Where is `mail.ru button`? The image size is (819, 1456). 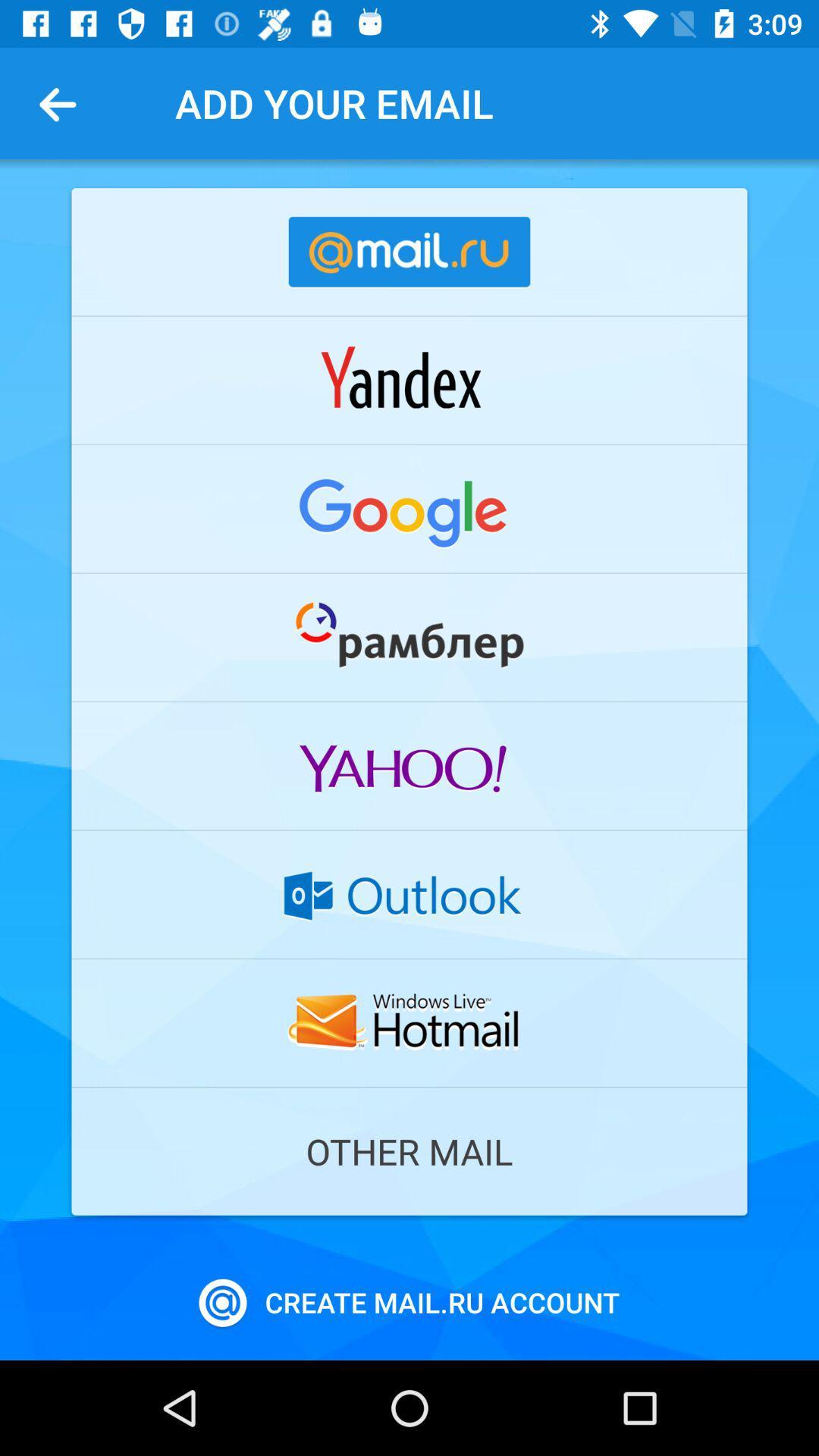
mail.ru button is located at coordinates (409, 252).